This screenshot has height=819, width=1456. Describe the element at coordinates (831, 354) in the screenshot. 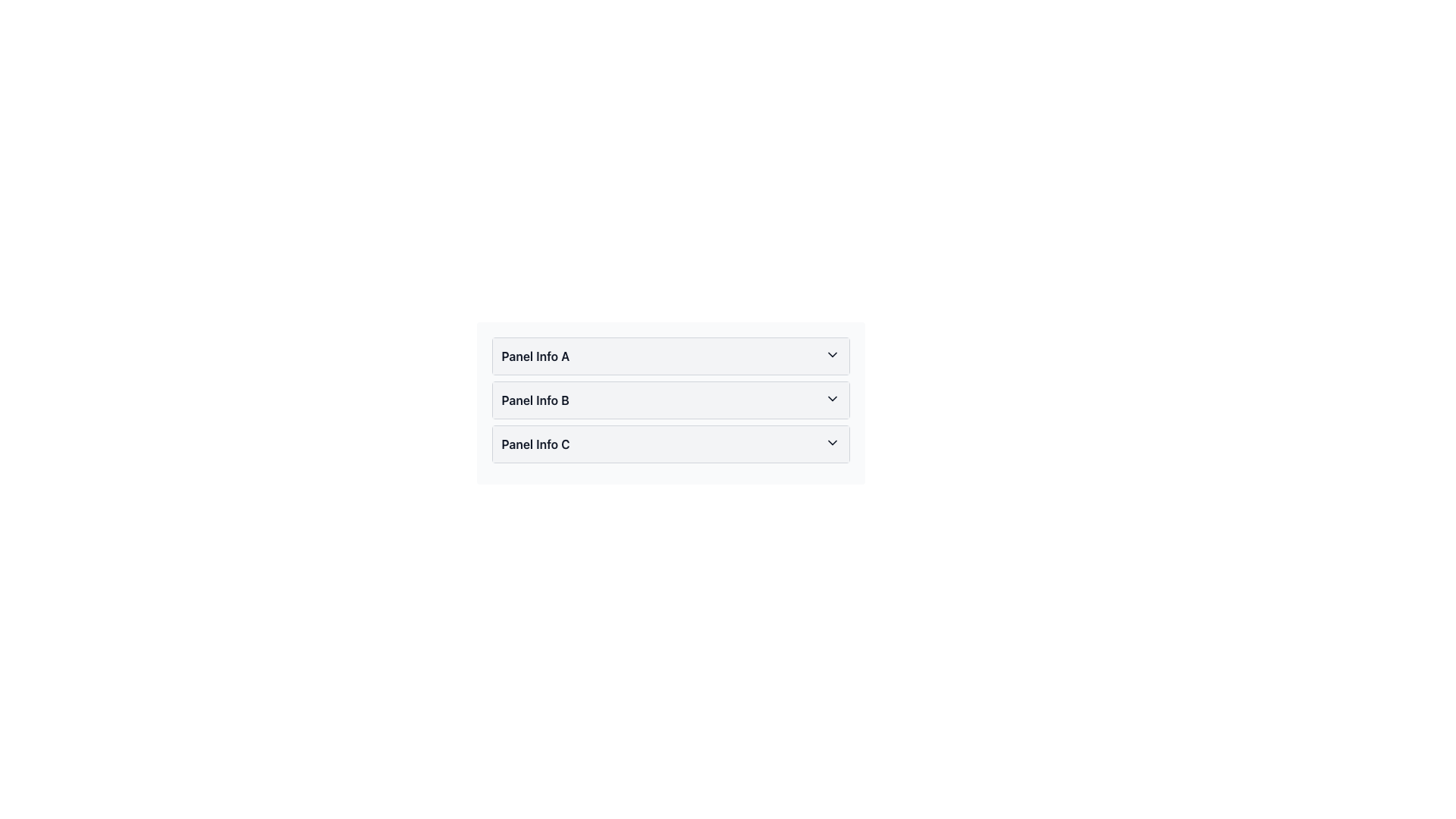

I see `the collapsible icon at the right end of the panel labeled 'Panel Info A'` at that location.